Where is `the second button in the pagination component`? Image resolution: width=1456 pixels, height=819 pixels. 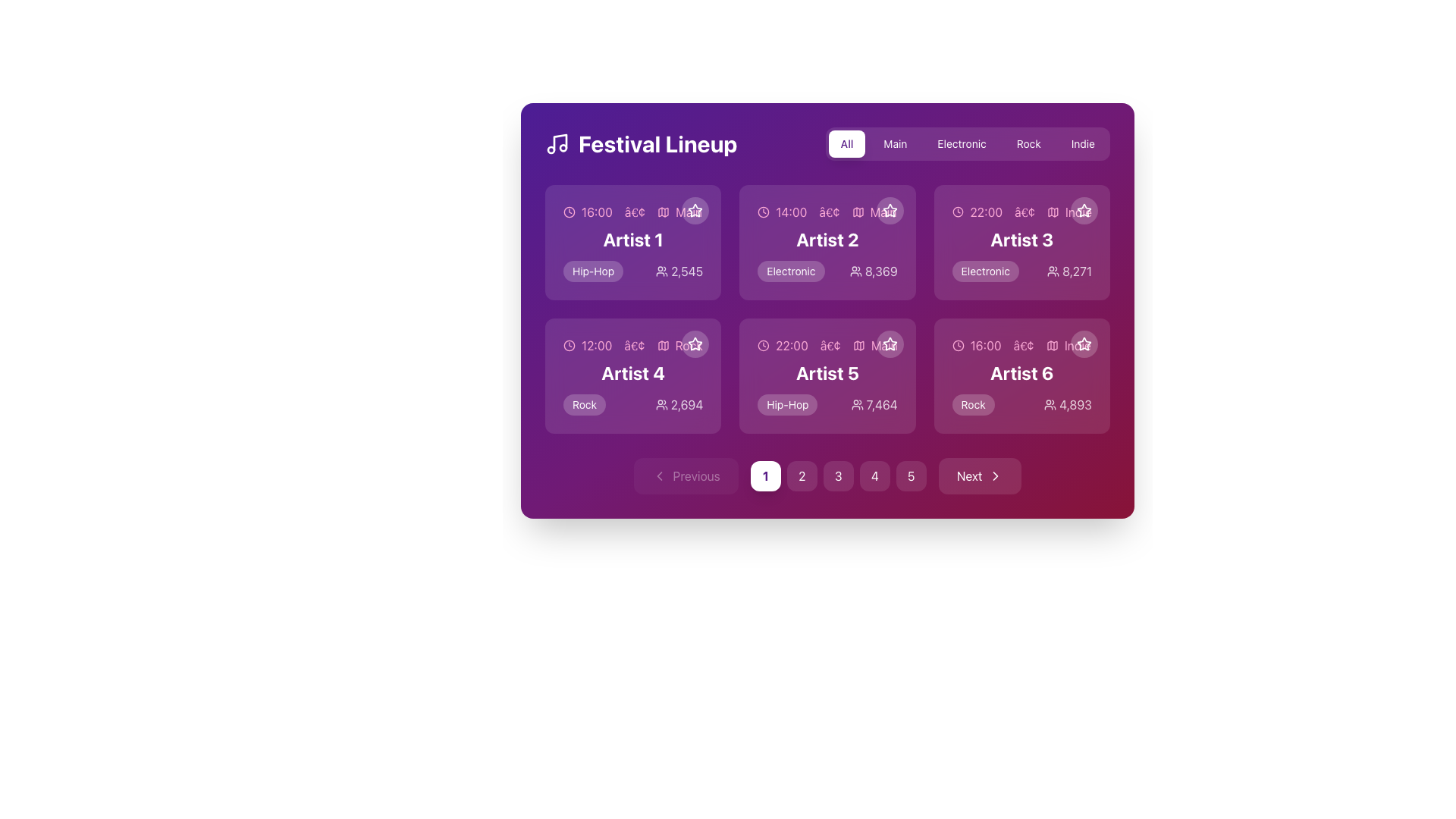
the second button in the pagination component is located at coordinates (801, 475).